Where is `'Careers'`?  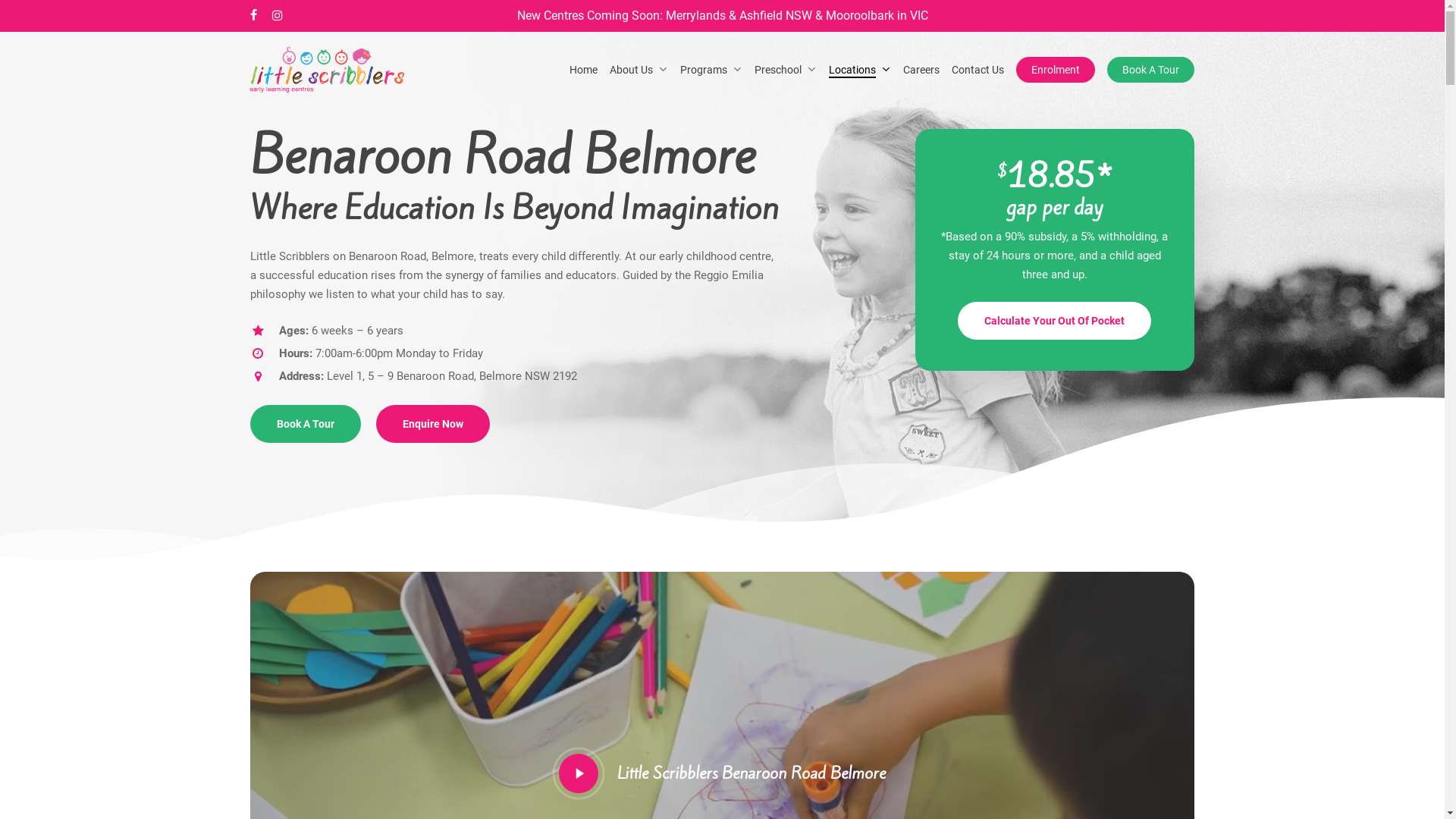 'Careers' is located at coordinates (920, 70).